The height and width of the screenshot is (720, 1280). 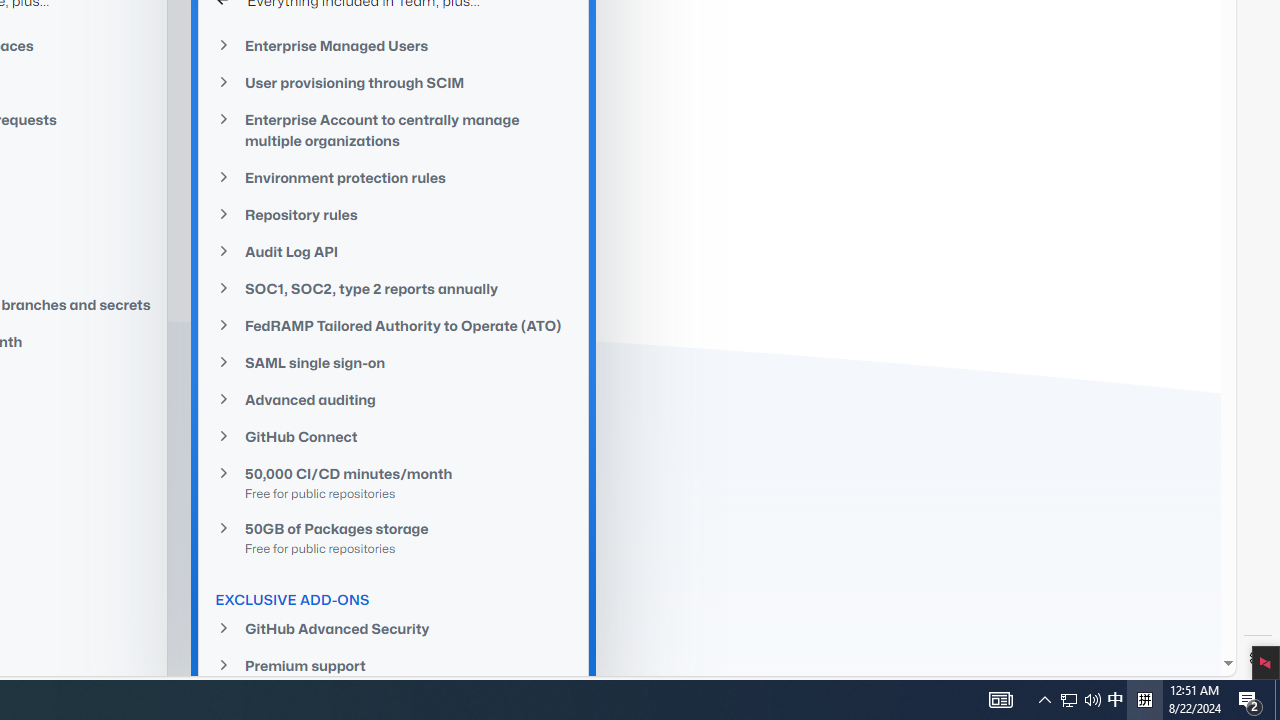 What do you see at coordinates (394, 666) in the screenshot?
I see `'Premium support'` at bounding box center [394, 666].